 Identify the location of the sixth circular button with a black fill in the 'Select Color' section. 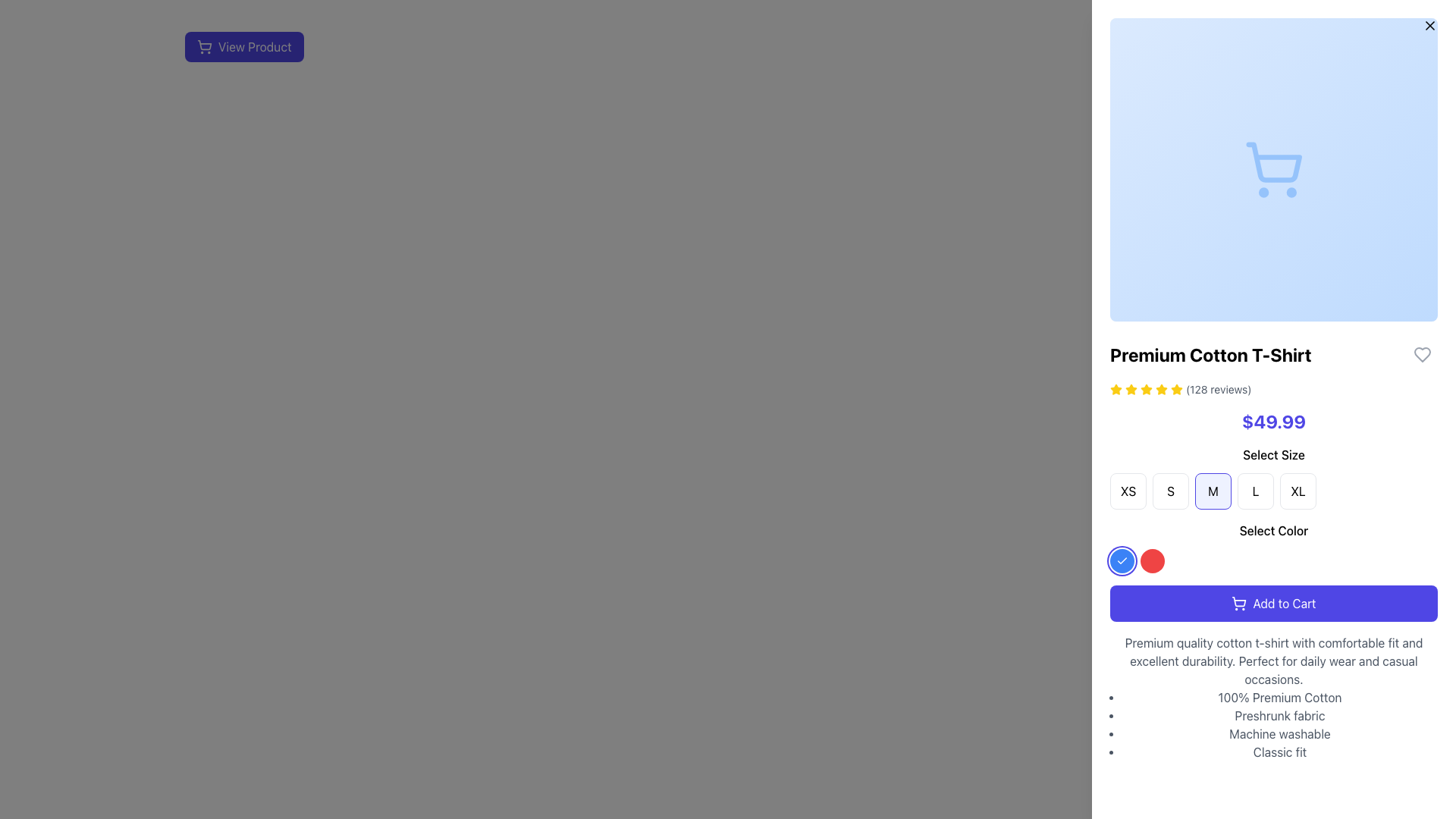
(1212, 561).